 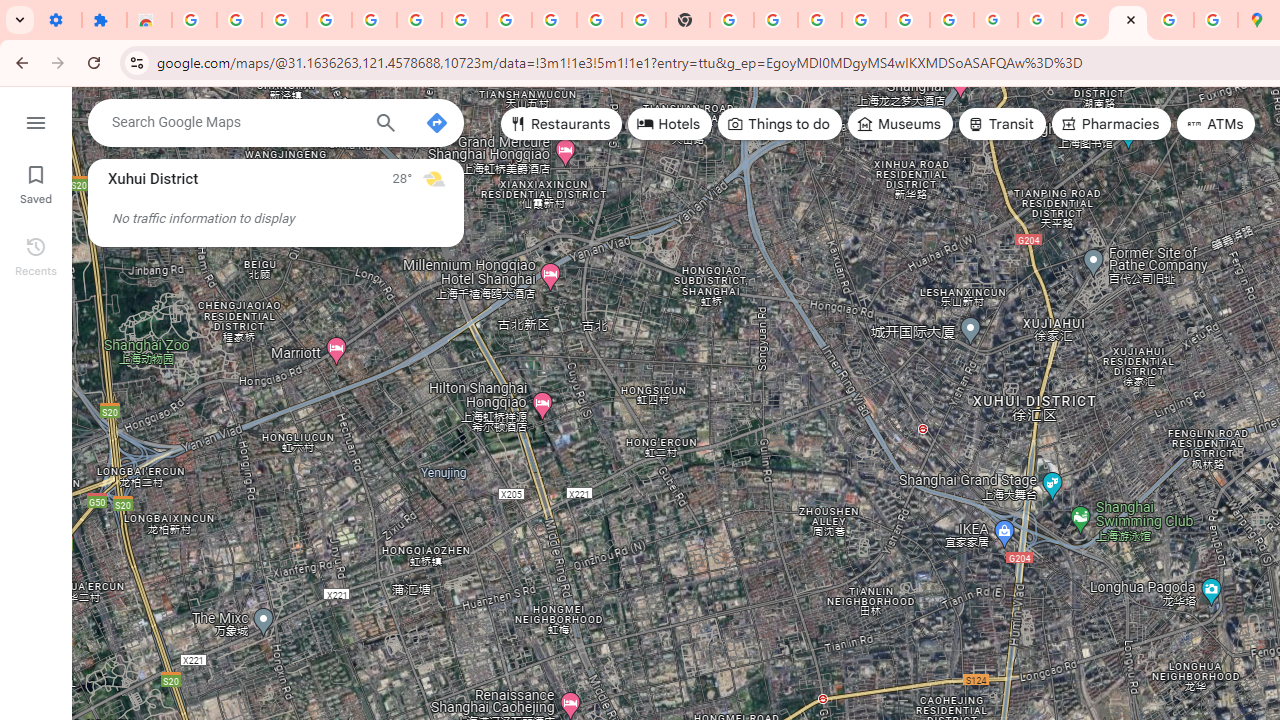 I want to click on 'Sign in - Google Accounts', so click(x=194, y=20).